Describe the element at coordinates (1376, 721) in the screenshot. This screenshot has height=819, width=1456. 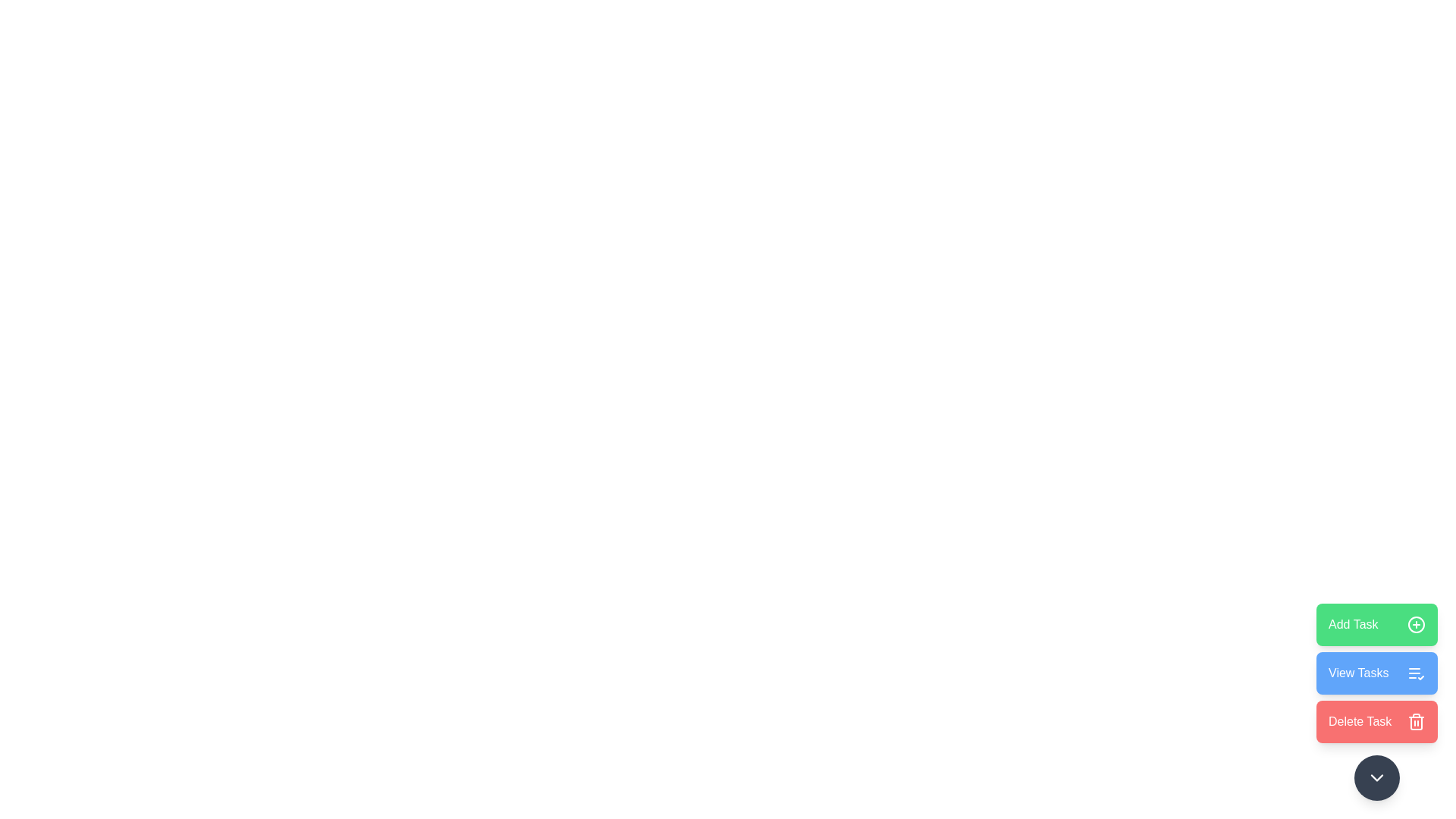
I see `the 'Delete Task' button` at that location.